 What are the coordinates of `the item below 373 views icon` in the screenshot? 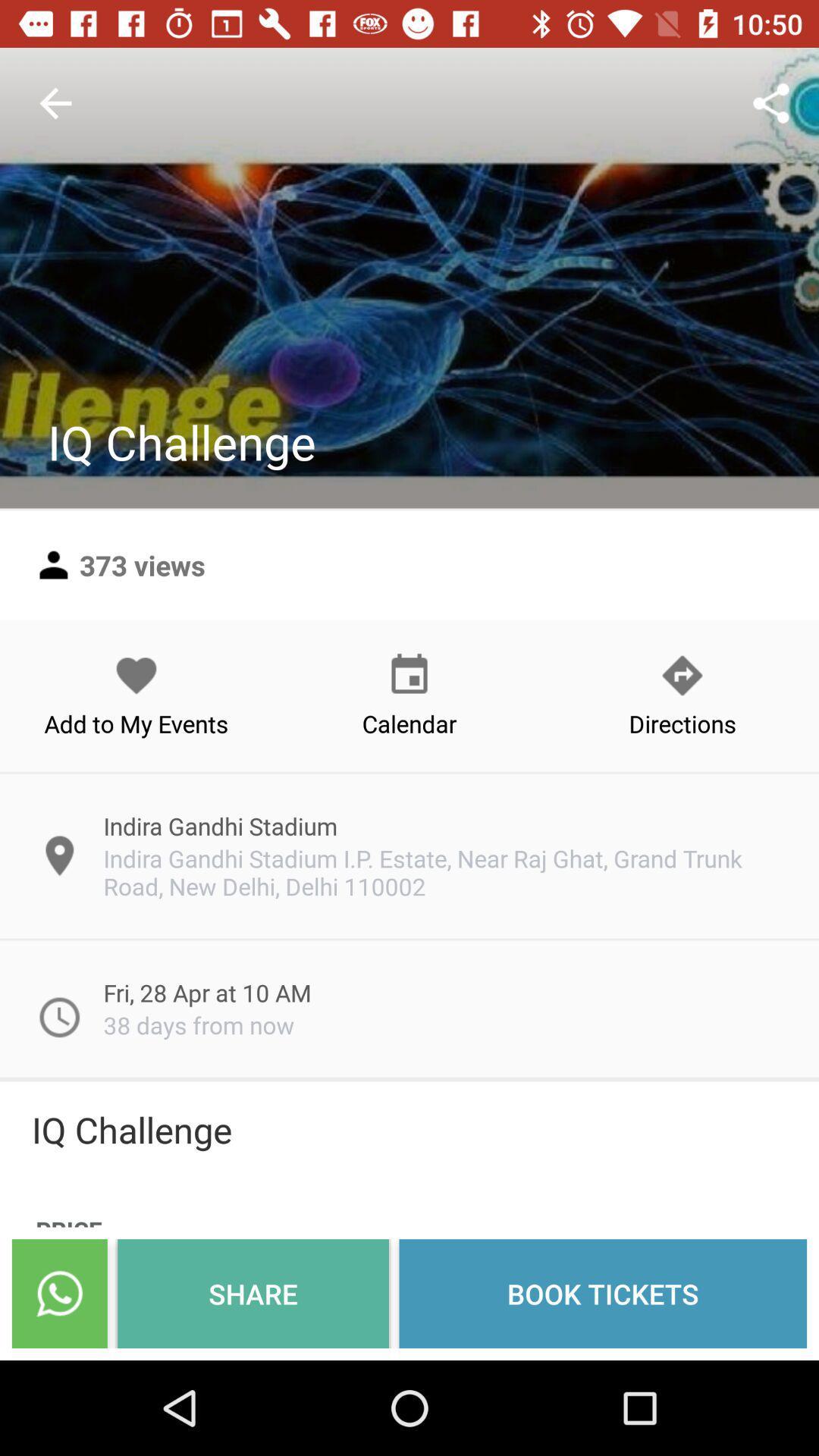 It's located at (136, 695).